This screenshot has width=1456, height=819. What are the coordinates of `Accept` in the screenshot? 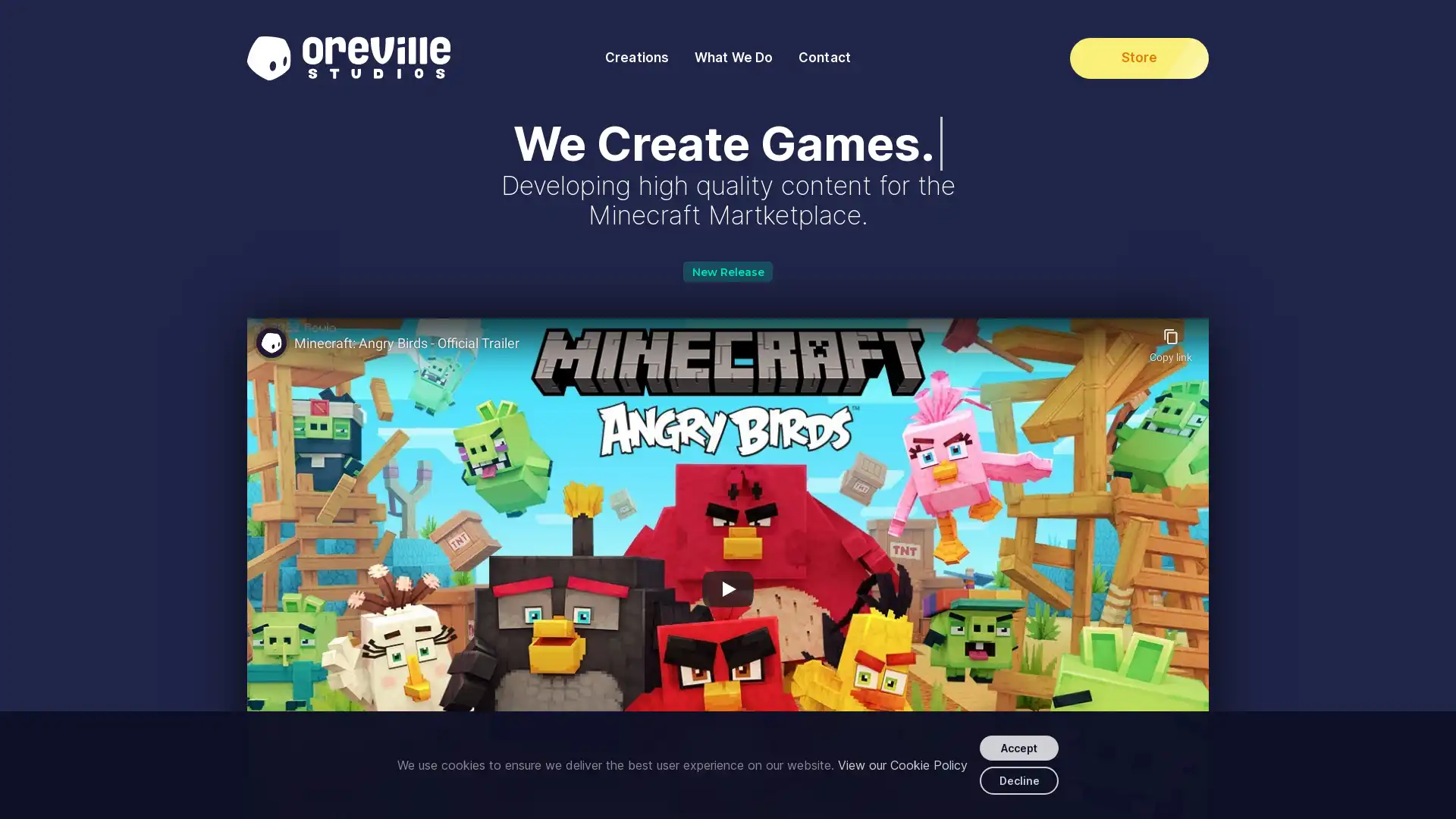 It's located at (1018, 747).